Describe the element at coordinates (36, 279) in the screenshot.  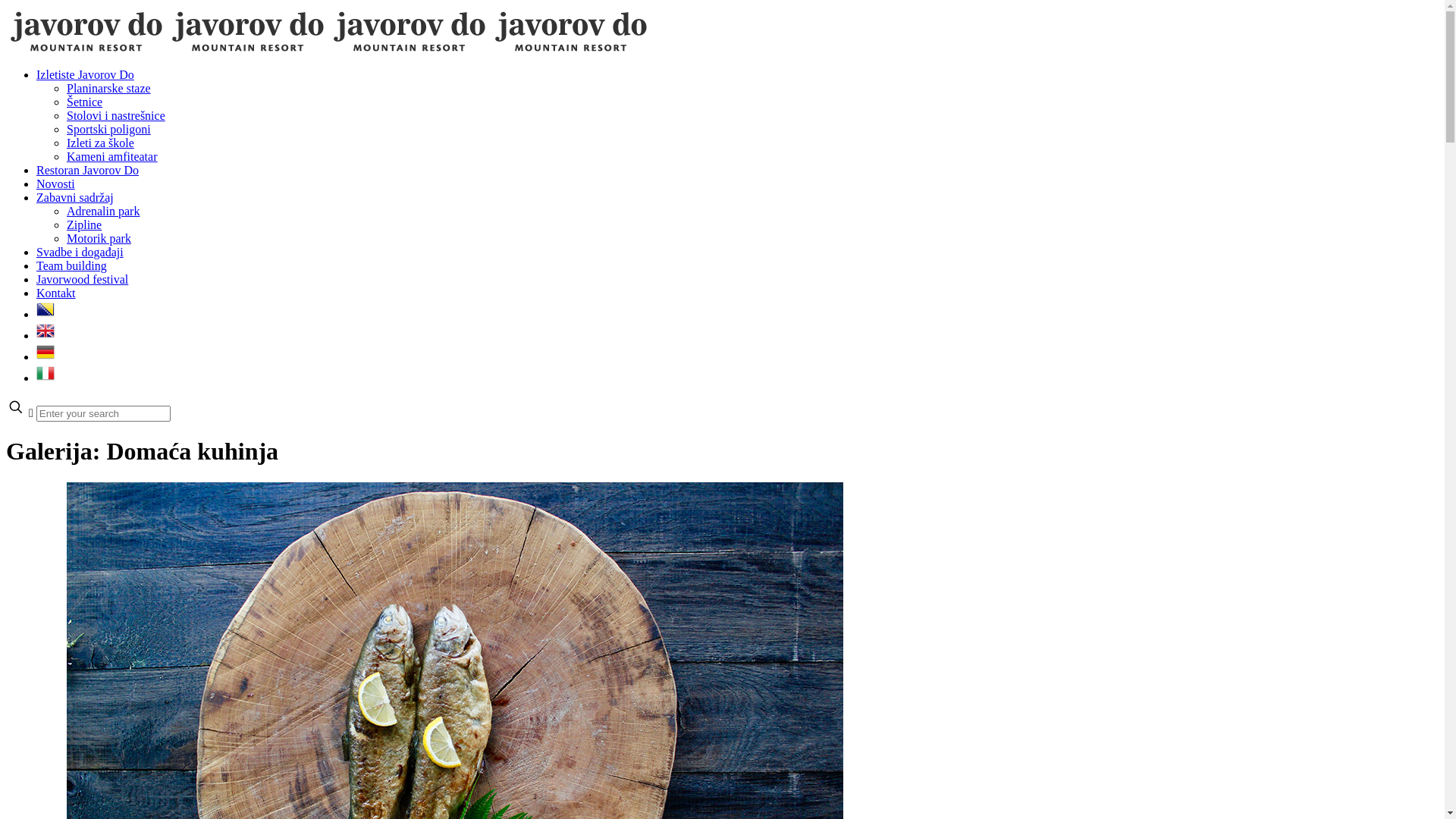
I see `'Javorwood festival'` at that location.